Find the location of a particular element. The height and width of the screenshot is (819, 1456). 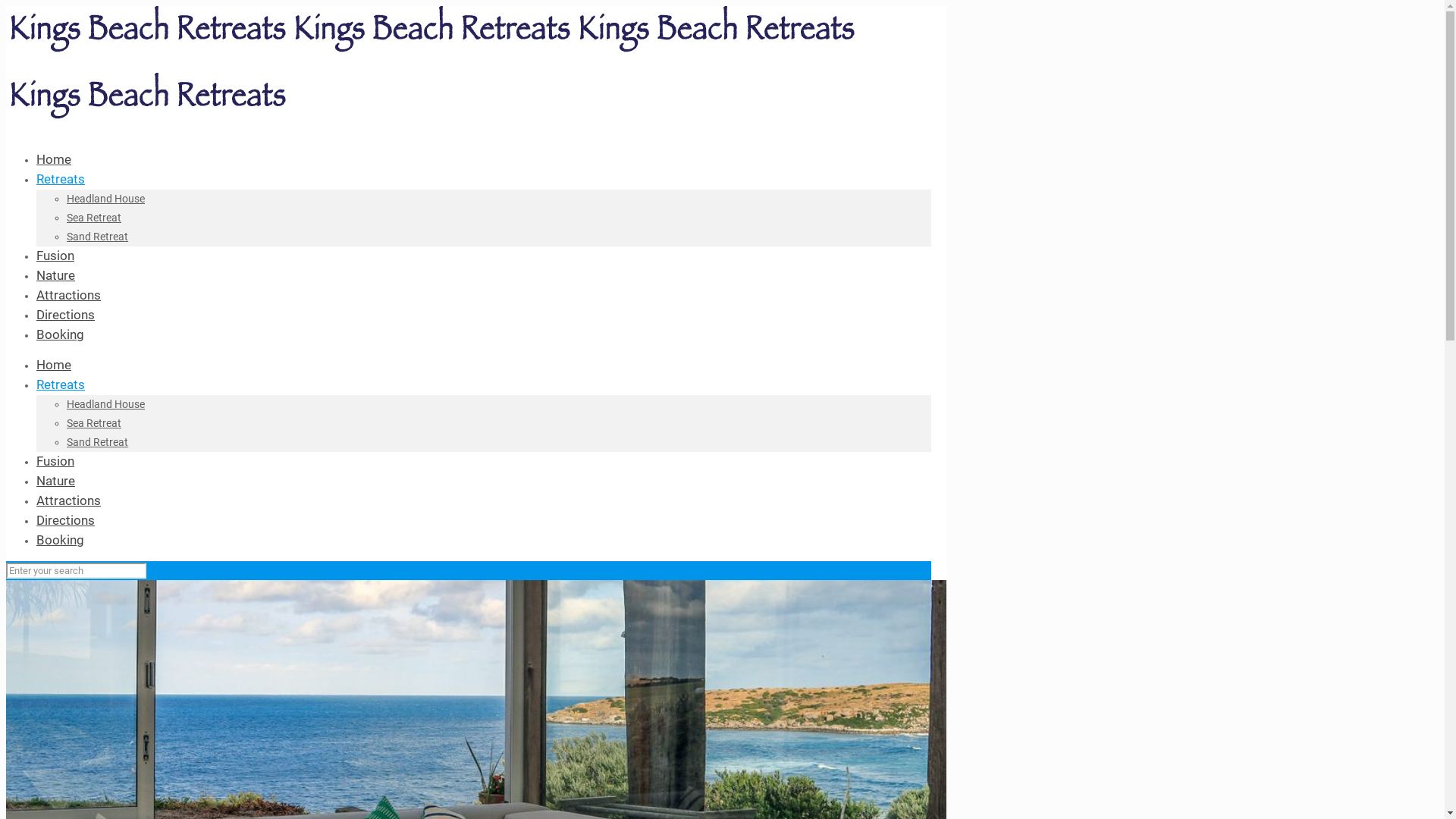

'Fusion' is located at coordinates (55, 254).